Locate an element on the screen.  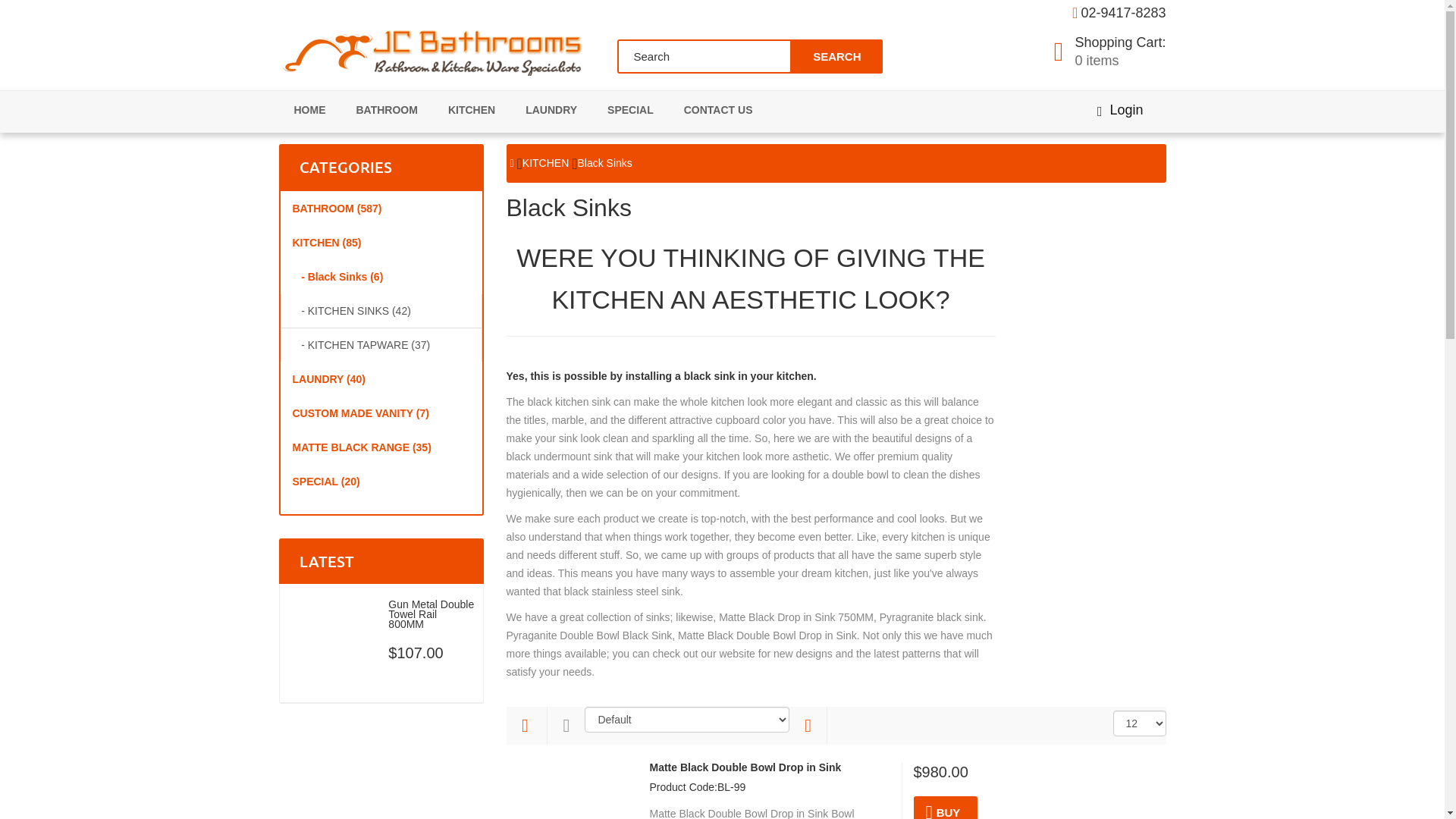
'SEARCH' is located at coordinates (835, 55).